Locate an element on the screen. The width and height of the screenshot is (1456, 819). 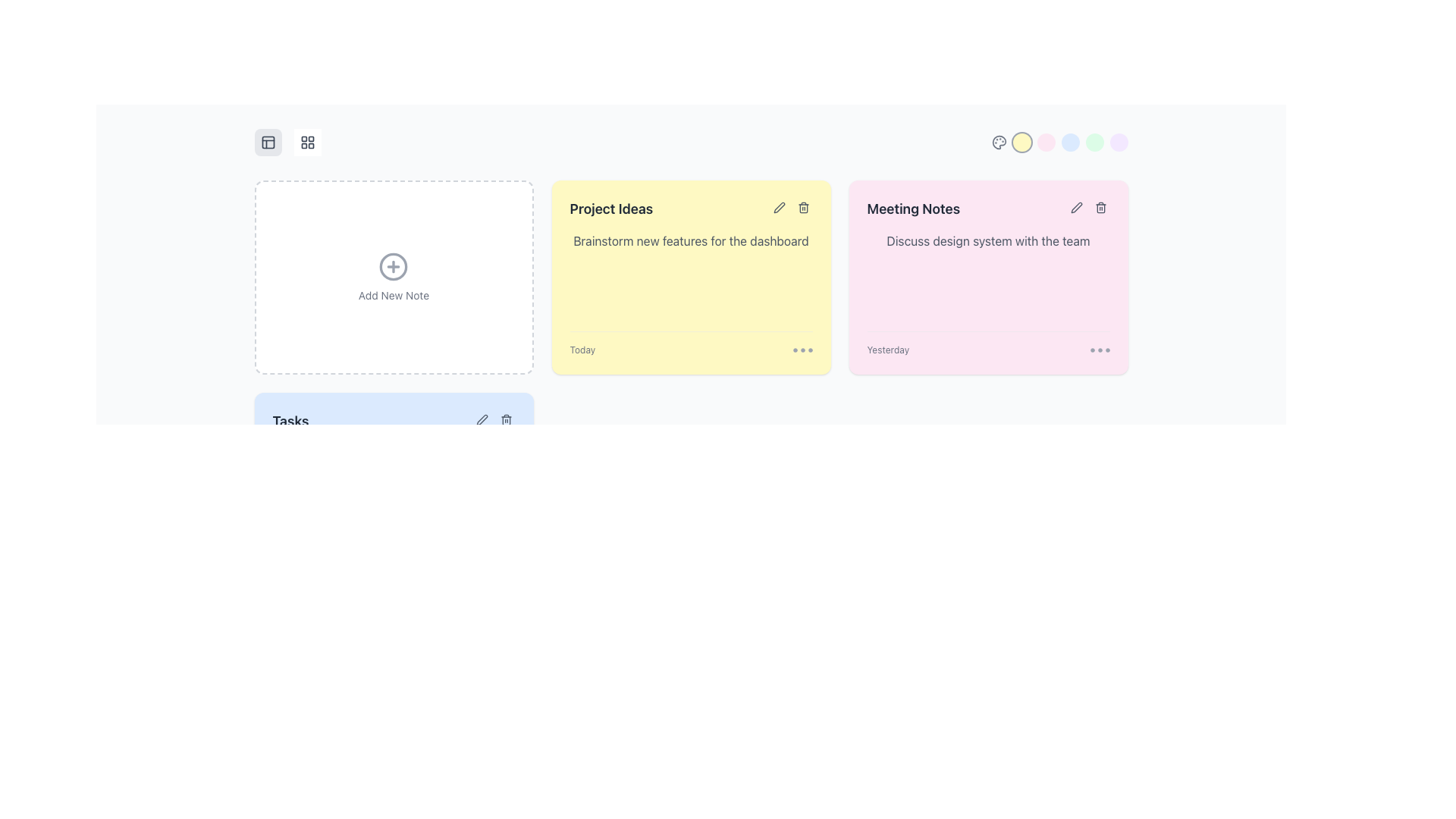
the 'Add New Note' text label, which is displayed in gray and darkens on hover, located below the circular plus icon in the first panel of the note containers grid is located at coordinates (394, 295).